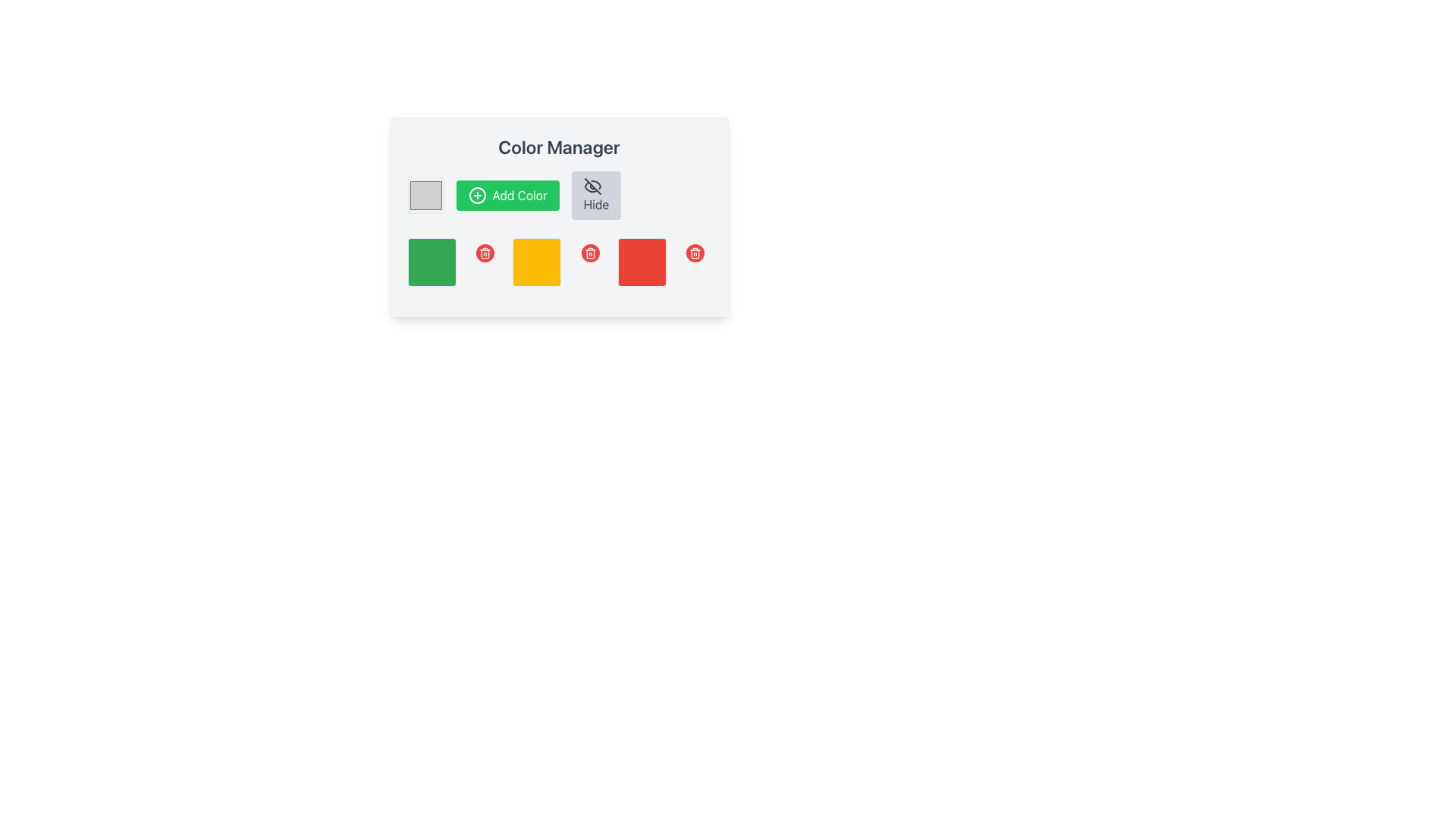 This screenshot has width=1456, height=819. What do you see at coordinates (558, 262) in the screenshot?
I see `the yellow Color display block, which is the middle item in a horizontal grid of three elements` at bounding box center [558, 262].